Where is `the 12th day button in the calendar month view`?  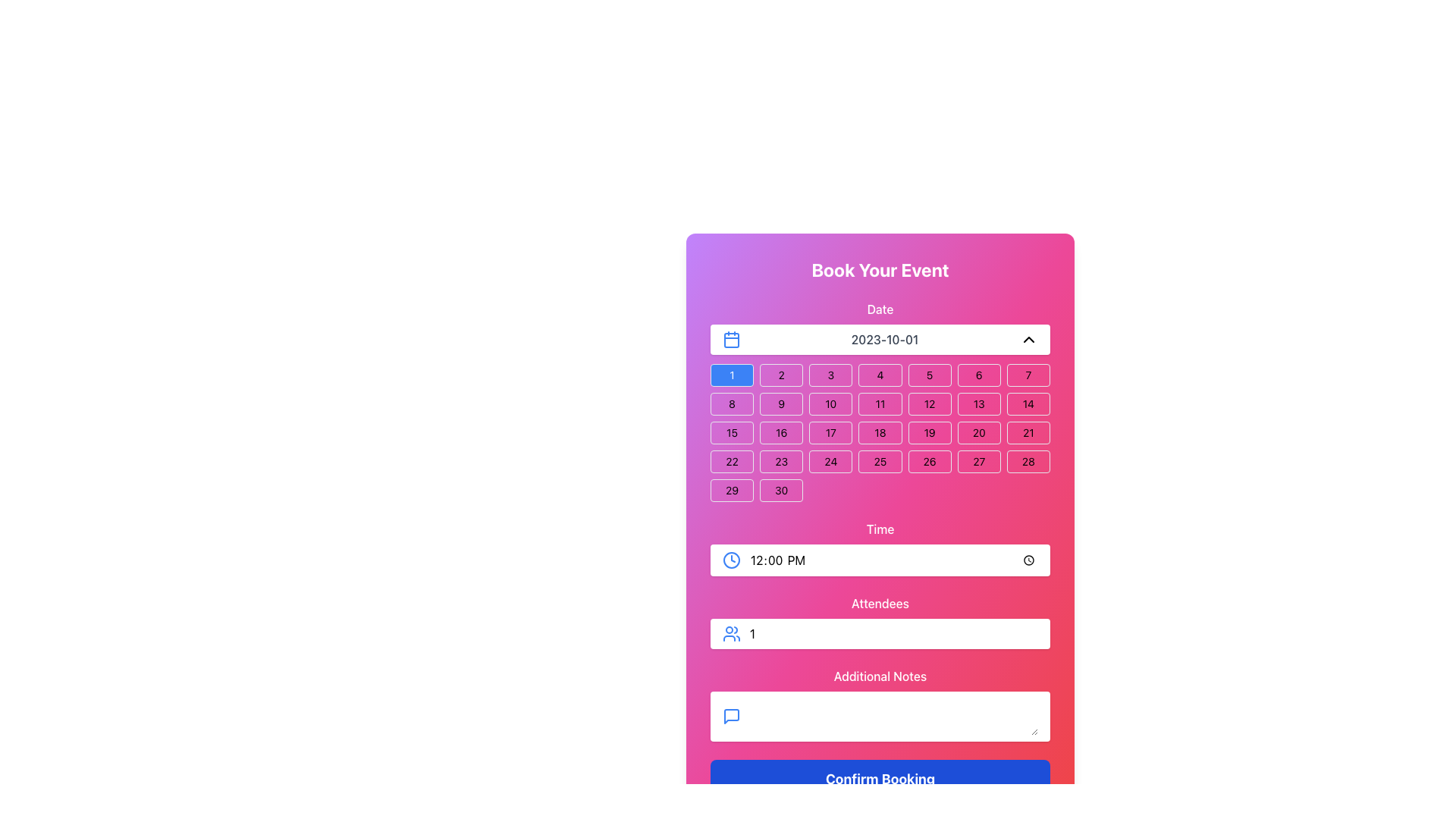 the 12th day button in the calendar month view is located at coordinates (929, 403).